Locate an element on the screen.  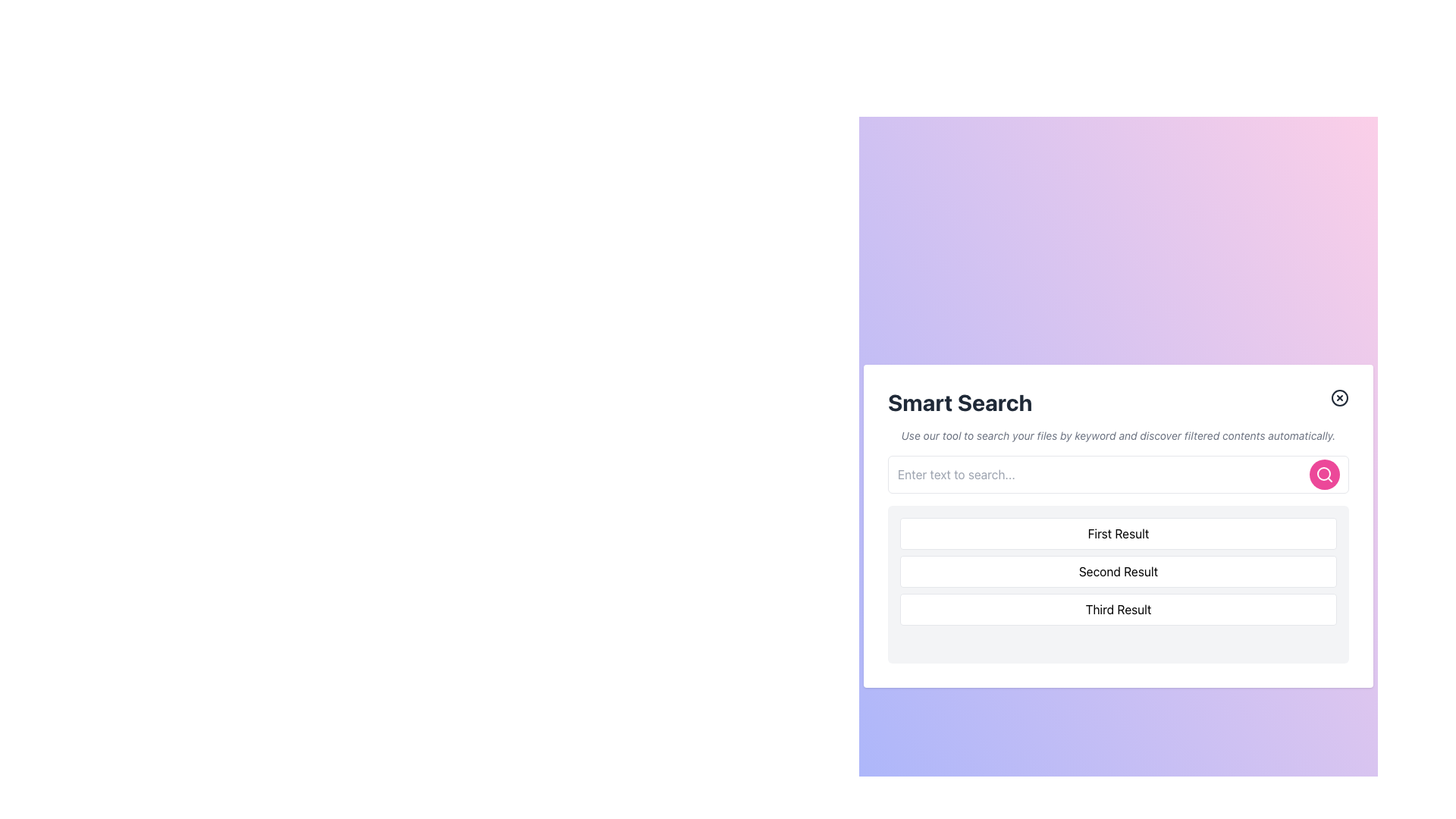
the selectable textual entry located in the middle of three similar items in the search results list is located at coordinates (1118, 571).